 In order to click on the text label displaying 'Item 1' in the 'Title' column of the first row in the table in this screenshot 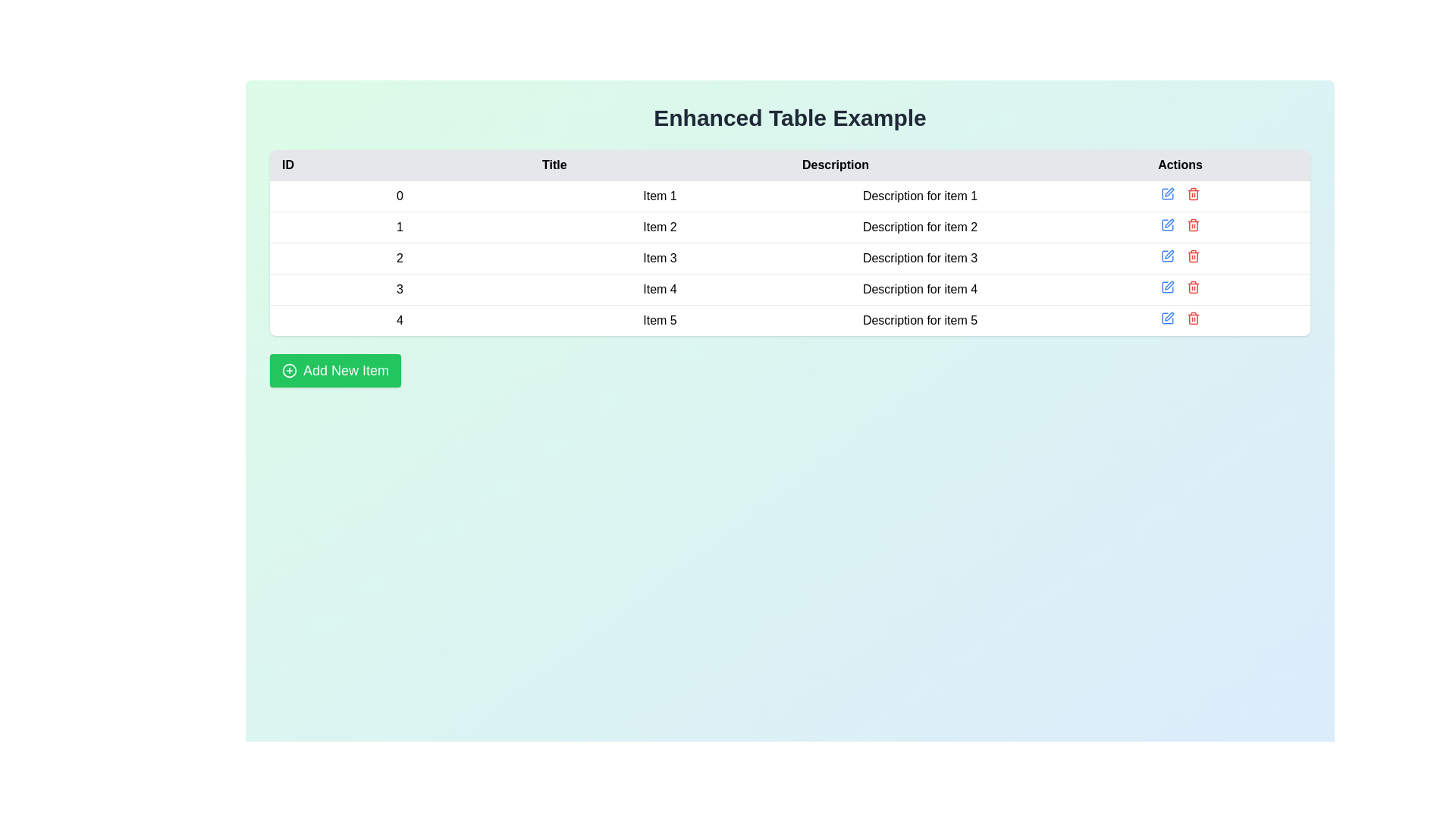, I will do `click(660, 195)`.